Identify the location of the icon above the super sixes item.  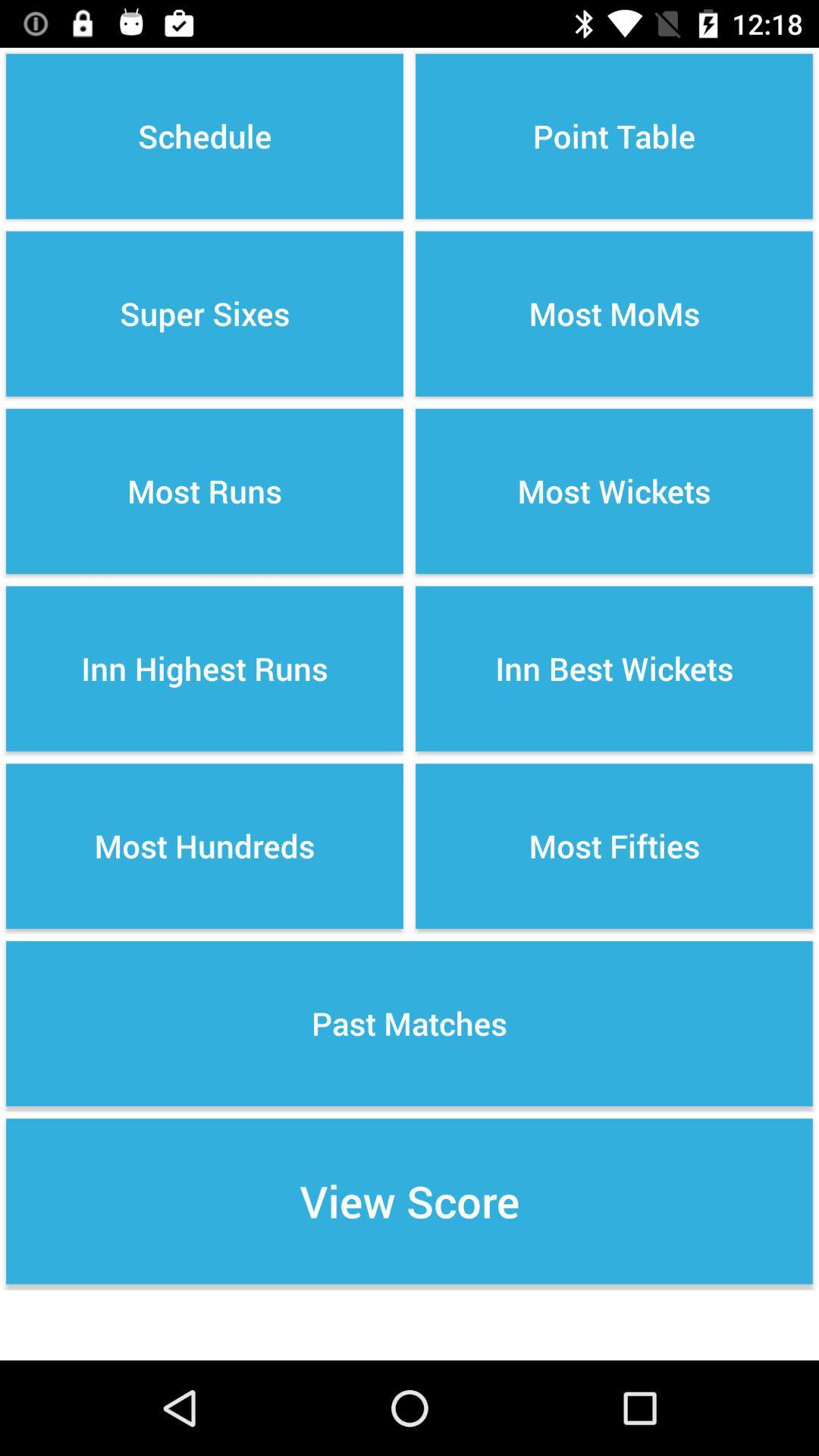
(205, 136).